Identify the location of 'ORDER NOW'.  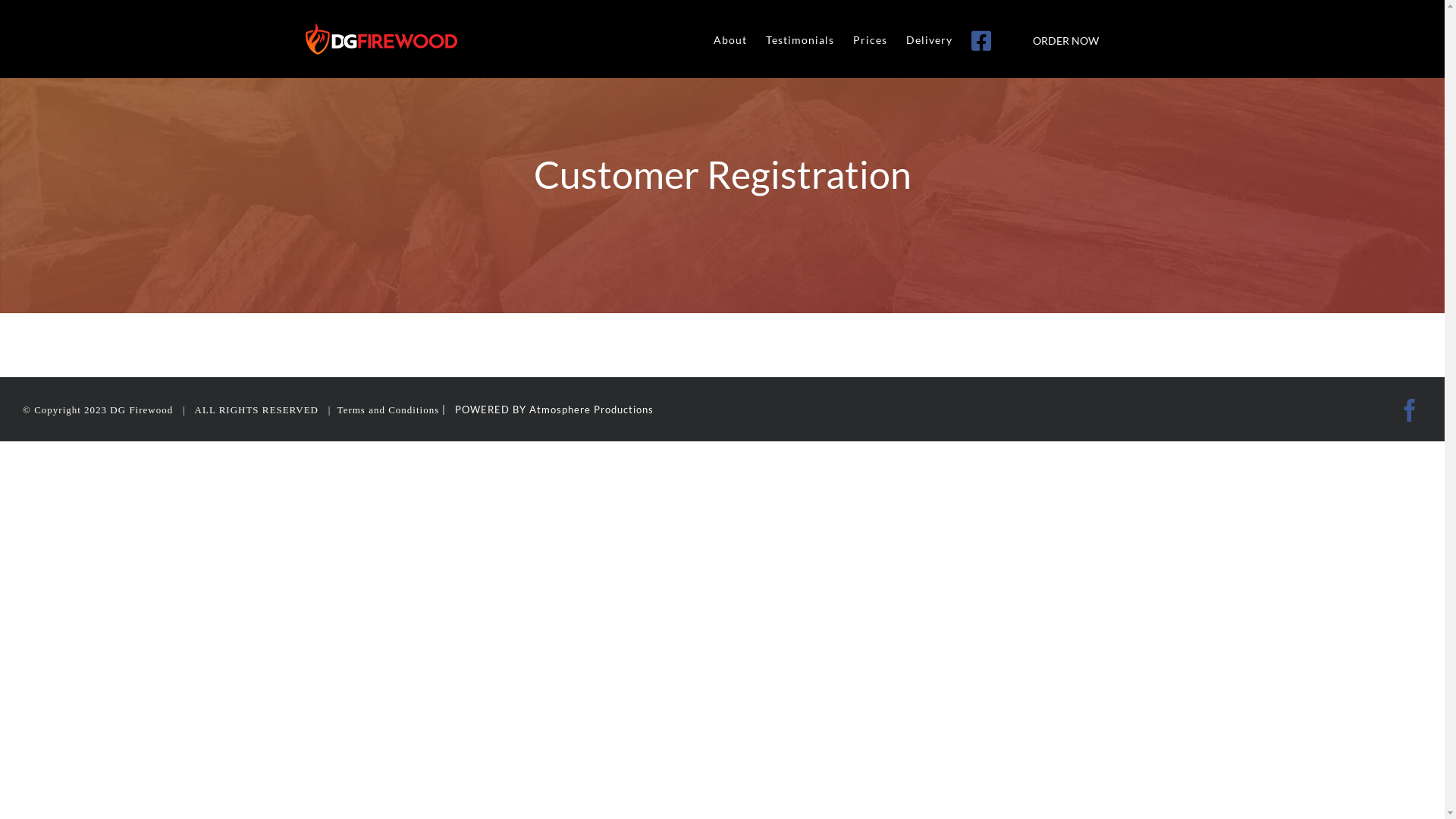
(1064, 38).